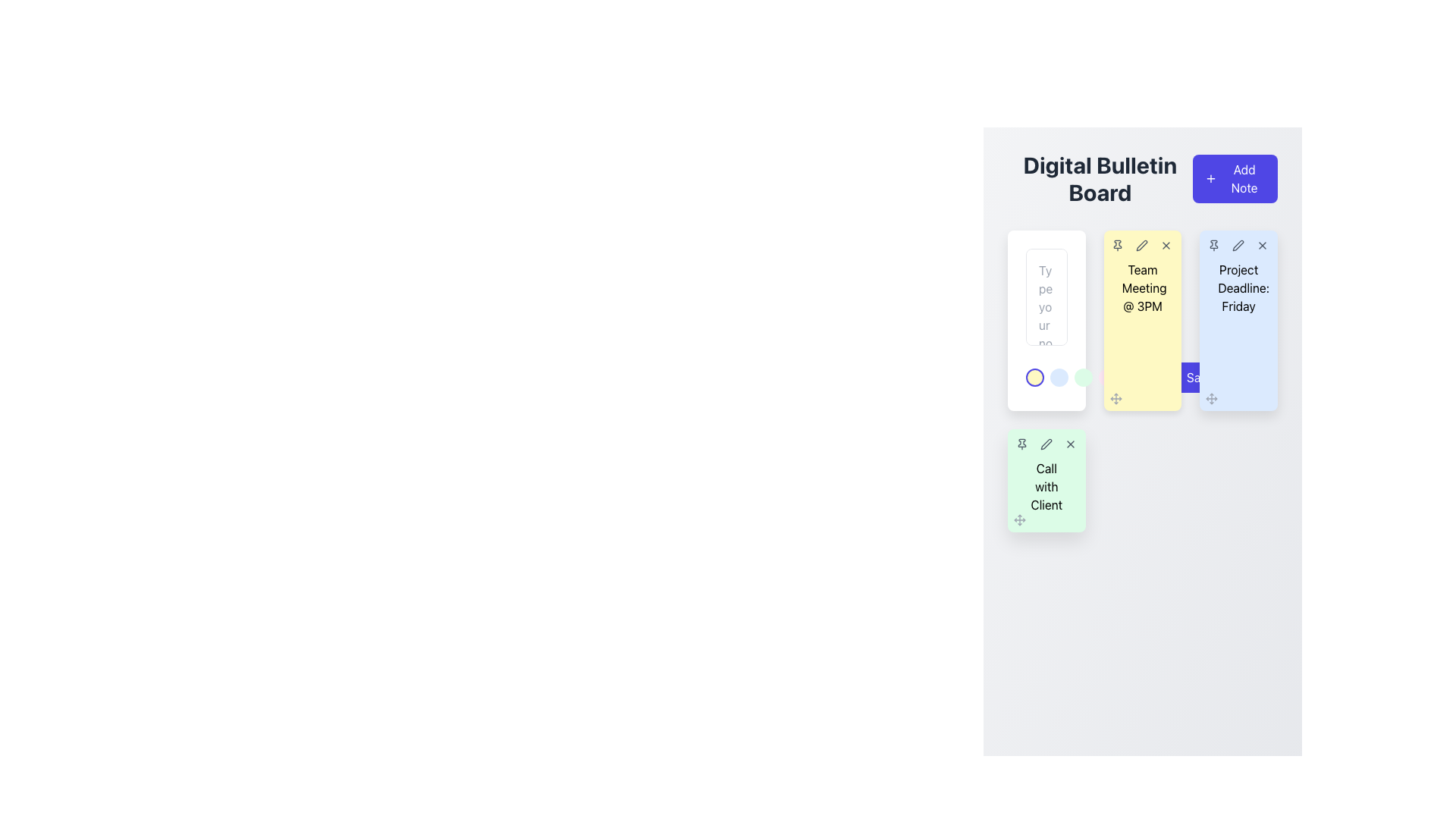 Image resolution: width=1456 pixels, height=819 pixels. I want to click on the card labeled 'Project Deadline: Friday', so click(1238, 320).